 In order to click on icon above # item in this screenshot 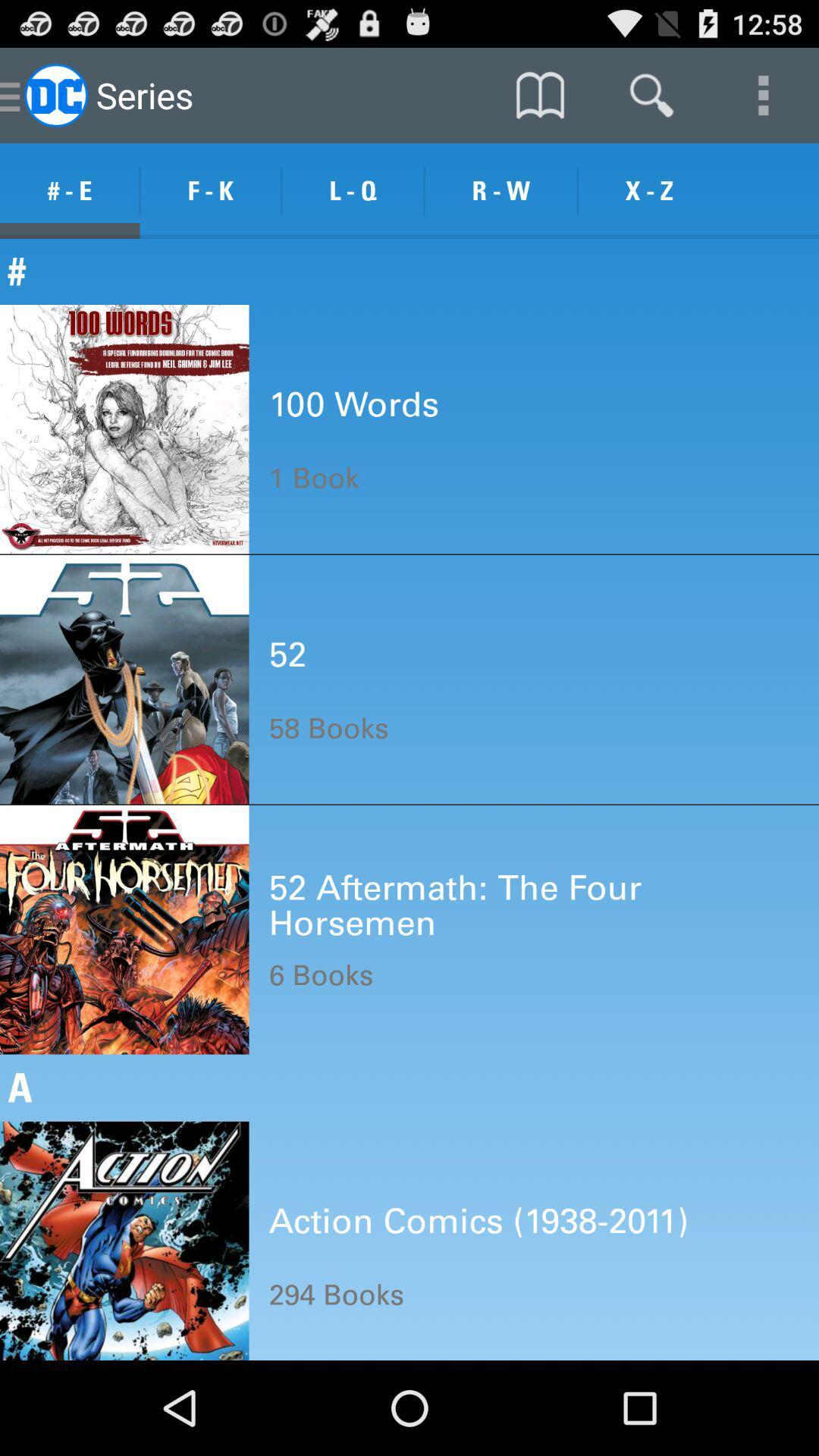, I will do `click(648, 190)`.